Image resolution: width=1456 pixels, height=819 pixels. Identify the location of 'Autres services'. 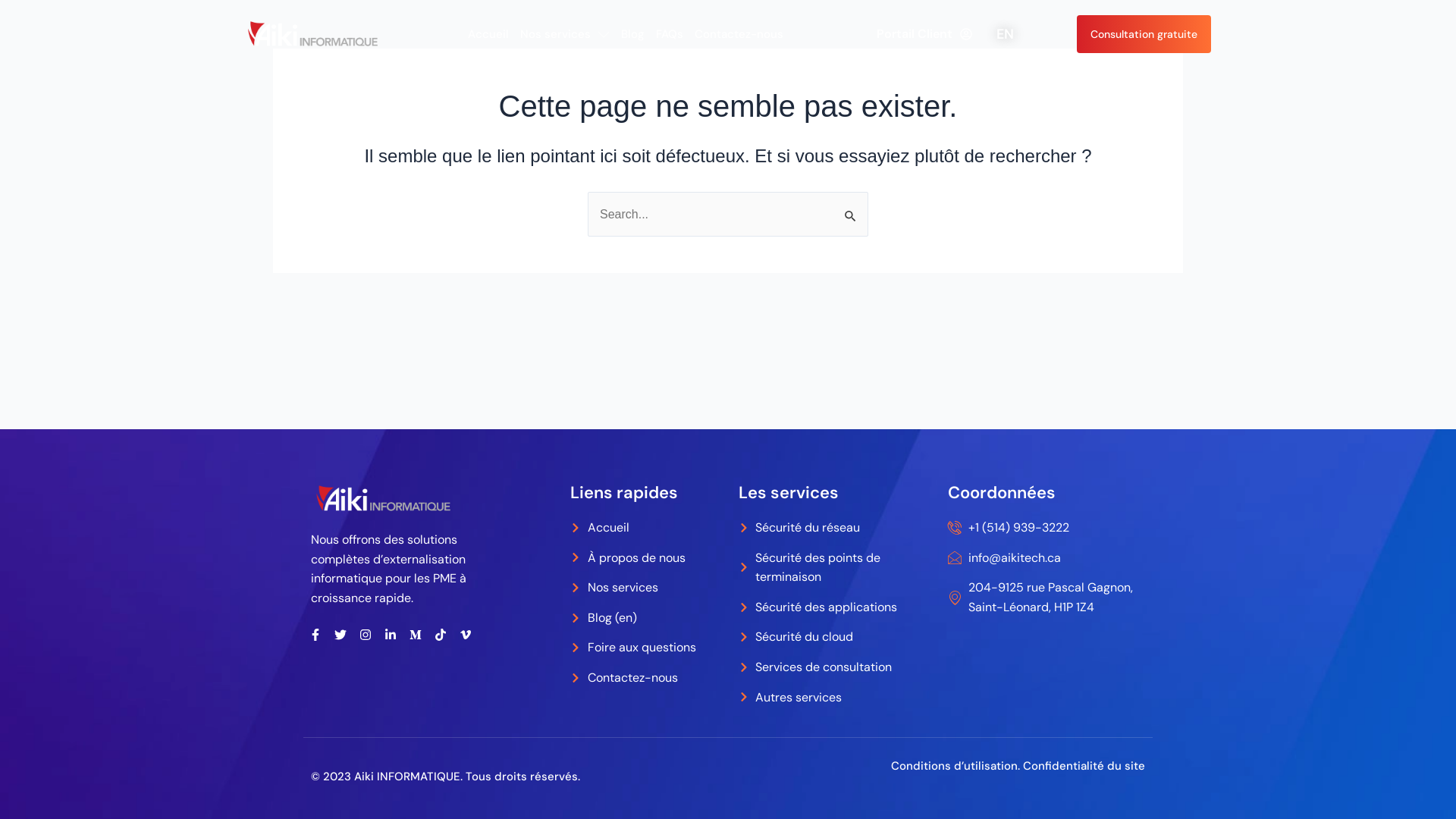
(835, 698).